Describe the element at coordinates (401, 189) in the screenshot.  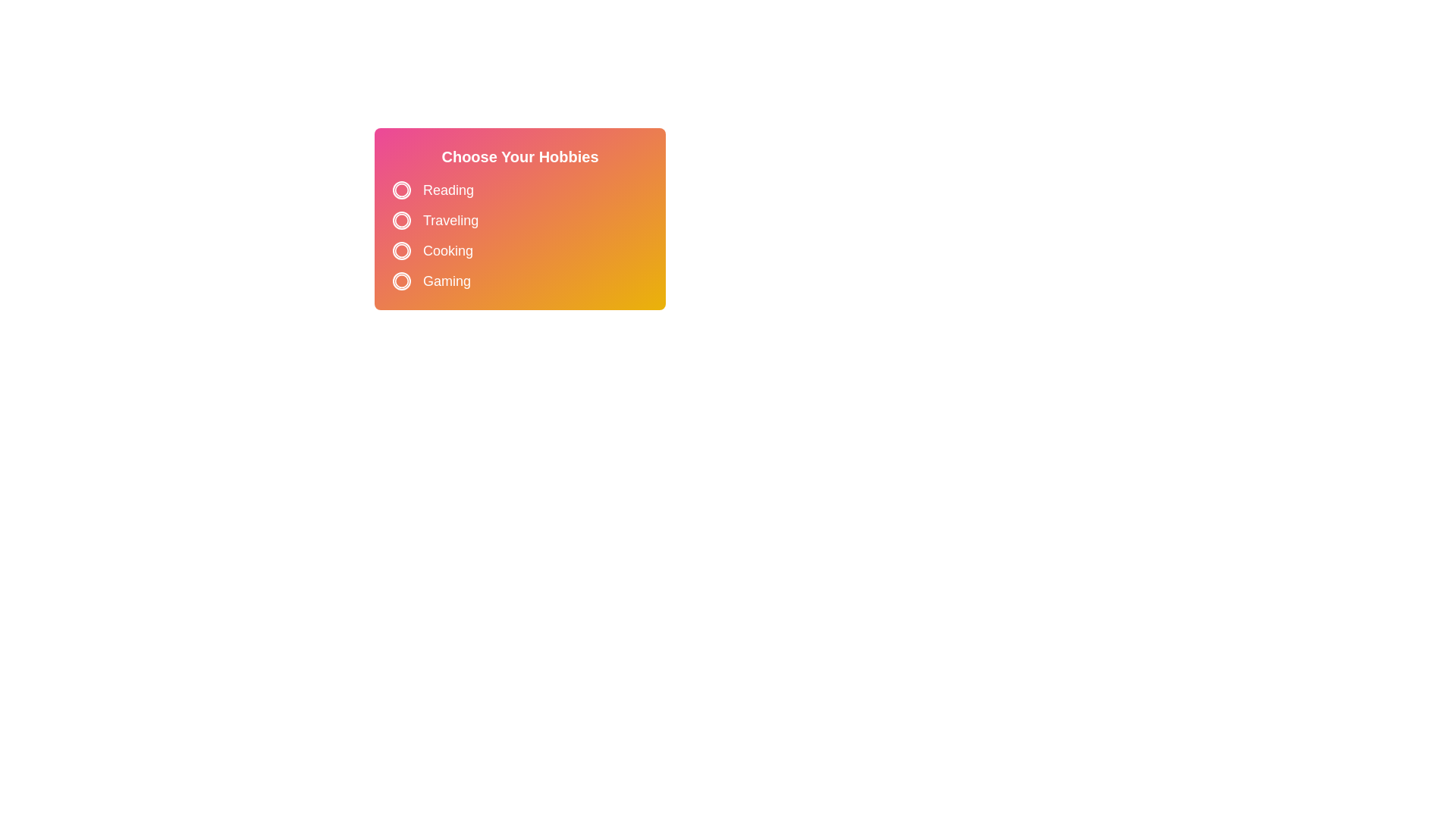
I see `the circle button corresponding to the hobby Reading` at that location.